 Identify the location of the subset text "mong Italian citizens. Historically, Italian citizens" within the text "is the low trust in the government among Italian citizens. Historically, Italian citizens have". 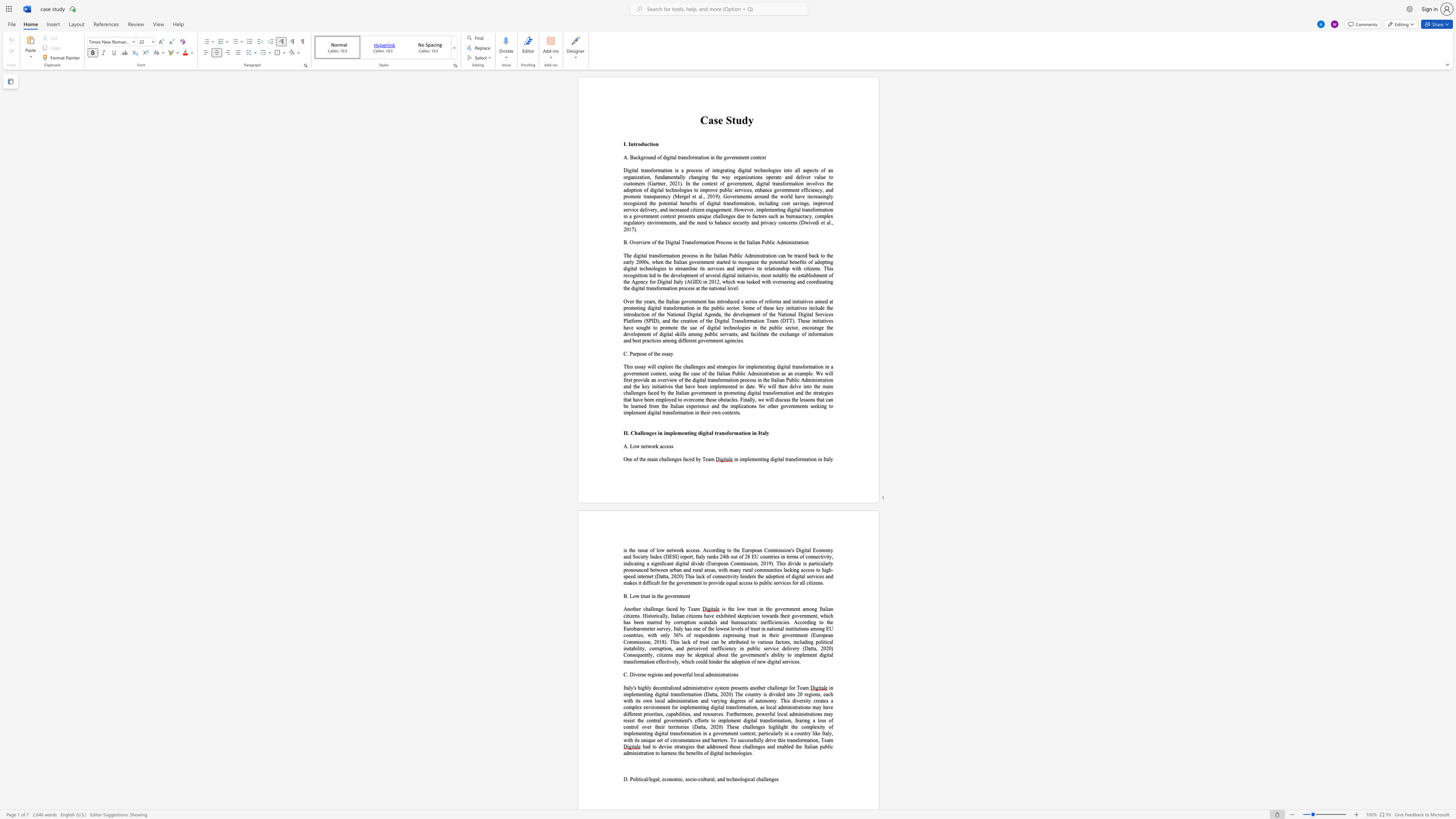
(805, 609).